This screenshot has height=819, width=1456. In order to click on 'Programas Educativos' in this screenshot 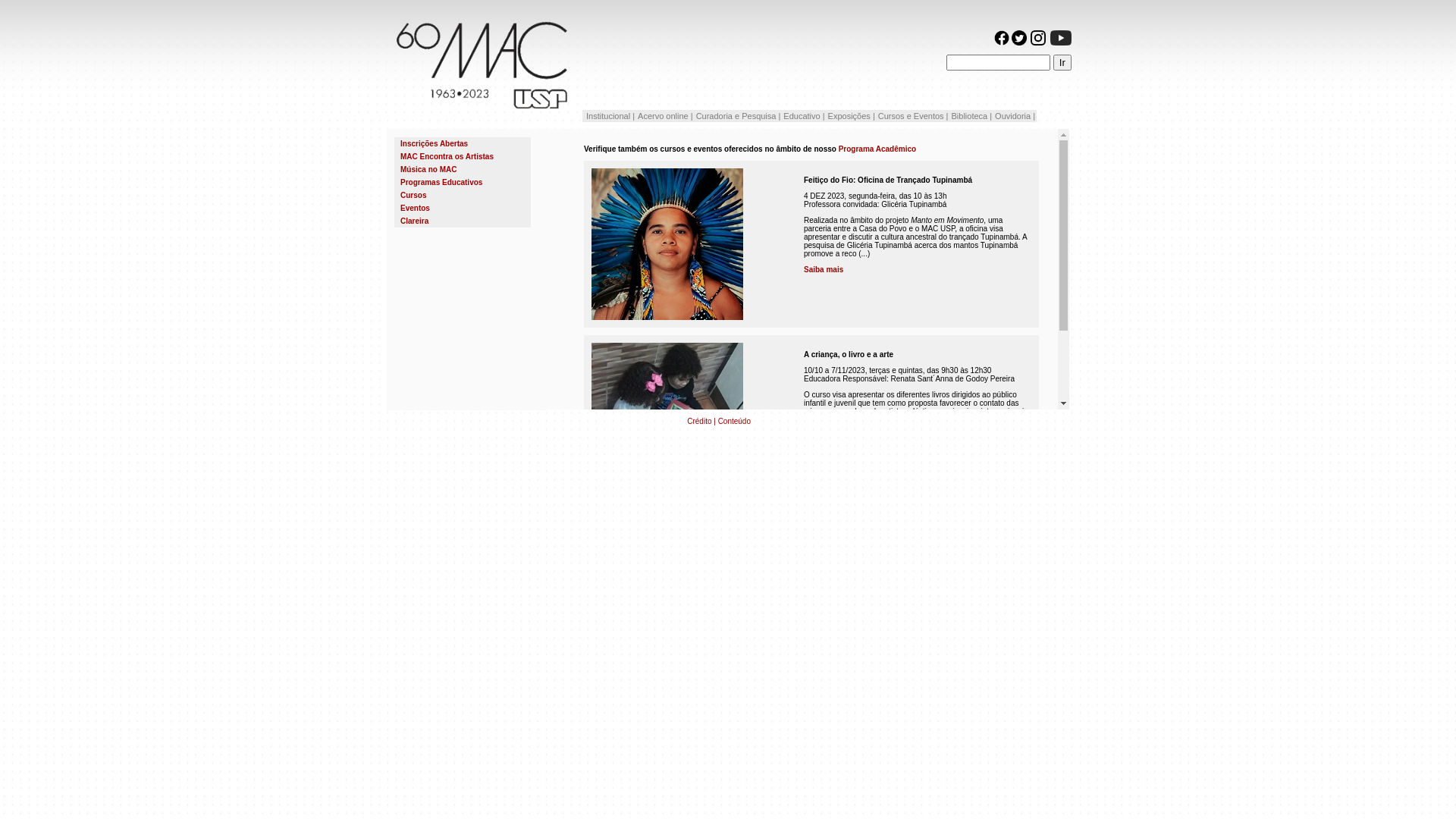, I will do `click(461, 181)`.